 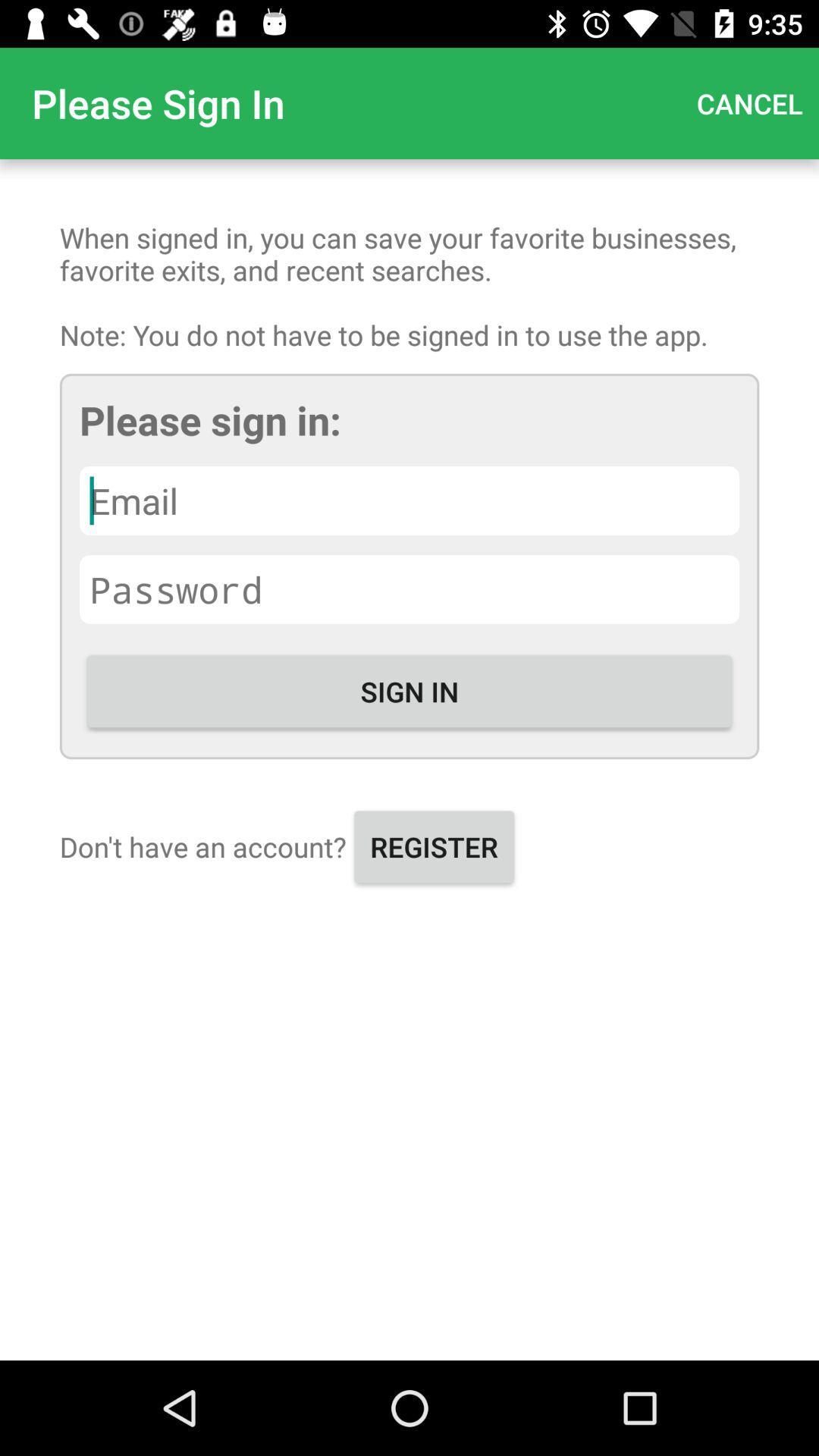 What do you see at coordinates (748, 102) in the screenshot?
I see `the item above the when signed in item` at bounding box center [748, 102].